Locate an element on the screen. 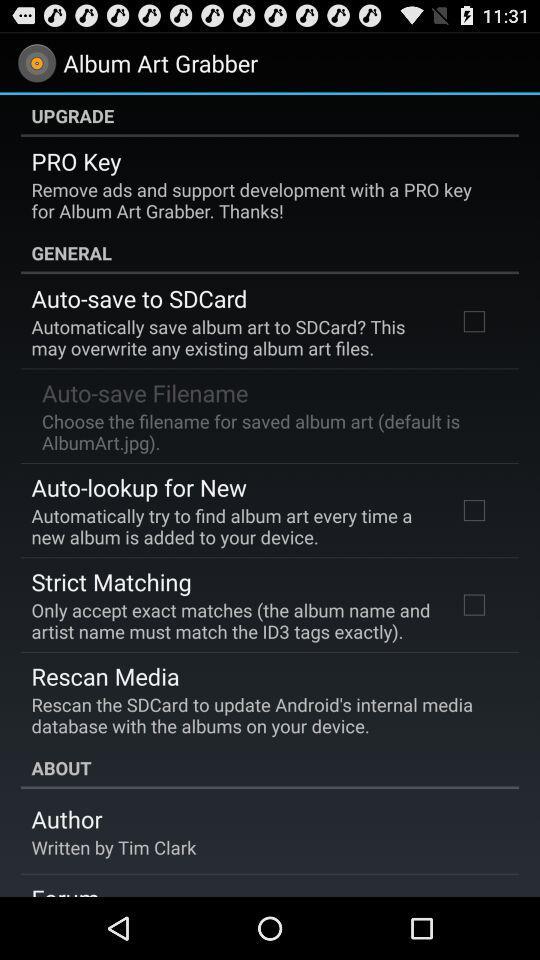 This screenshot has height=960, width=540. the app below the remove ads and app is located at coordinates (270, 251).